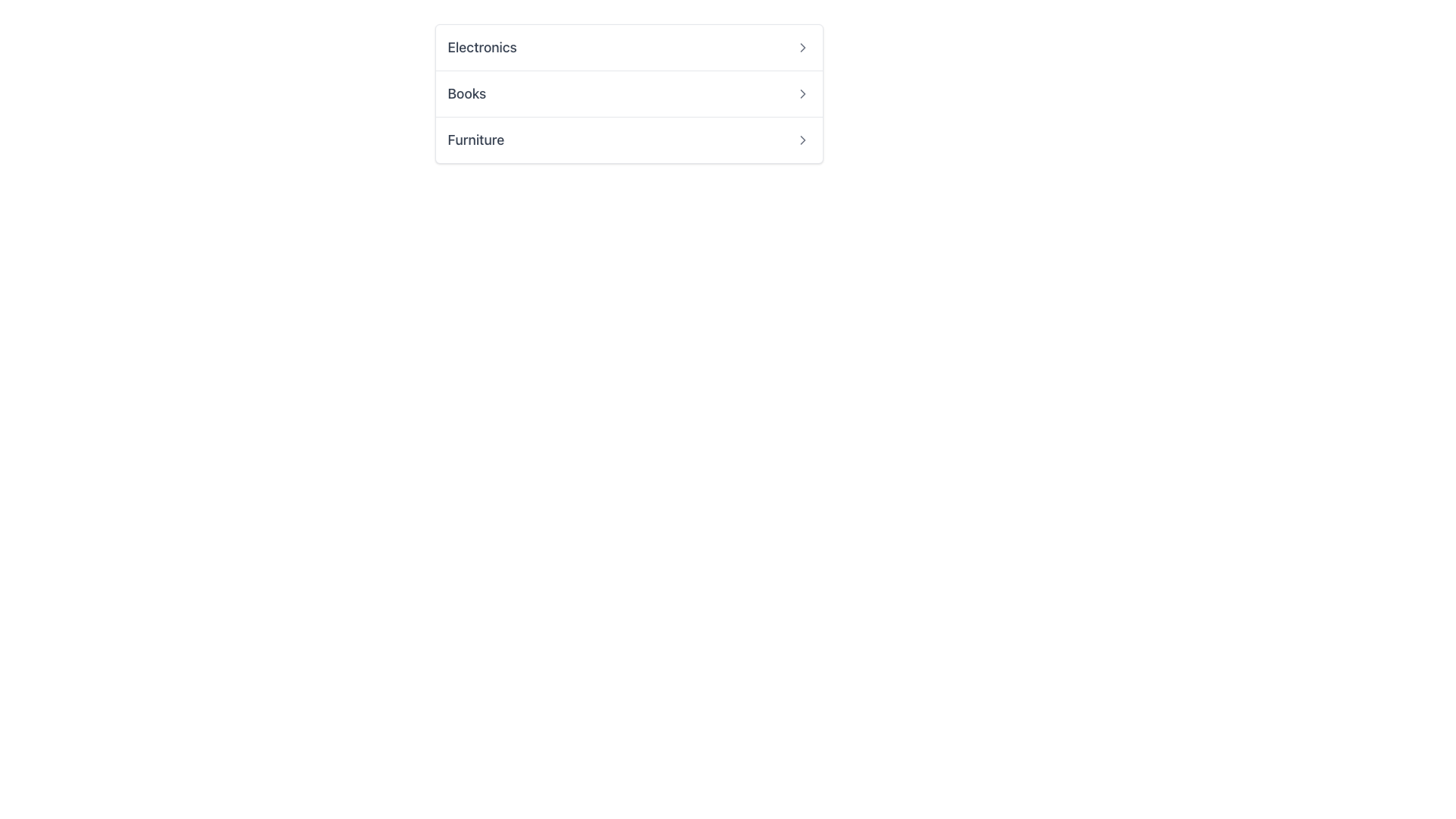 The image size is (1456, 819). Describe the element at coordinates (629, 46) in the screenshot. I see `the 'Electronics' category button using keyboard navigation` at that location.